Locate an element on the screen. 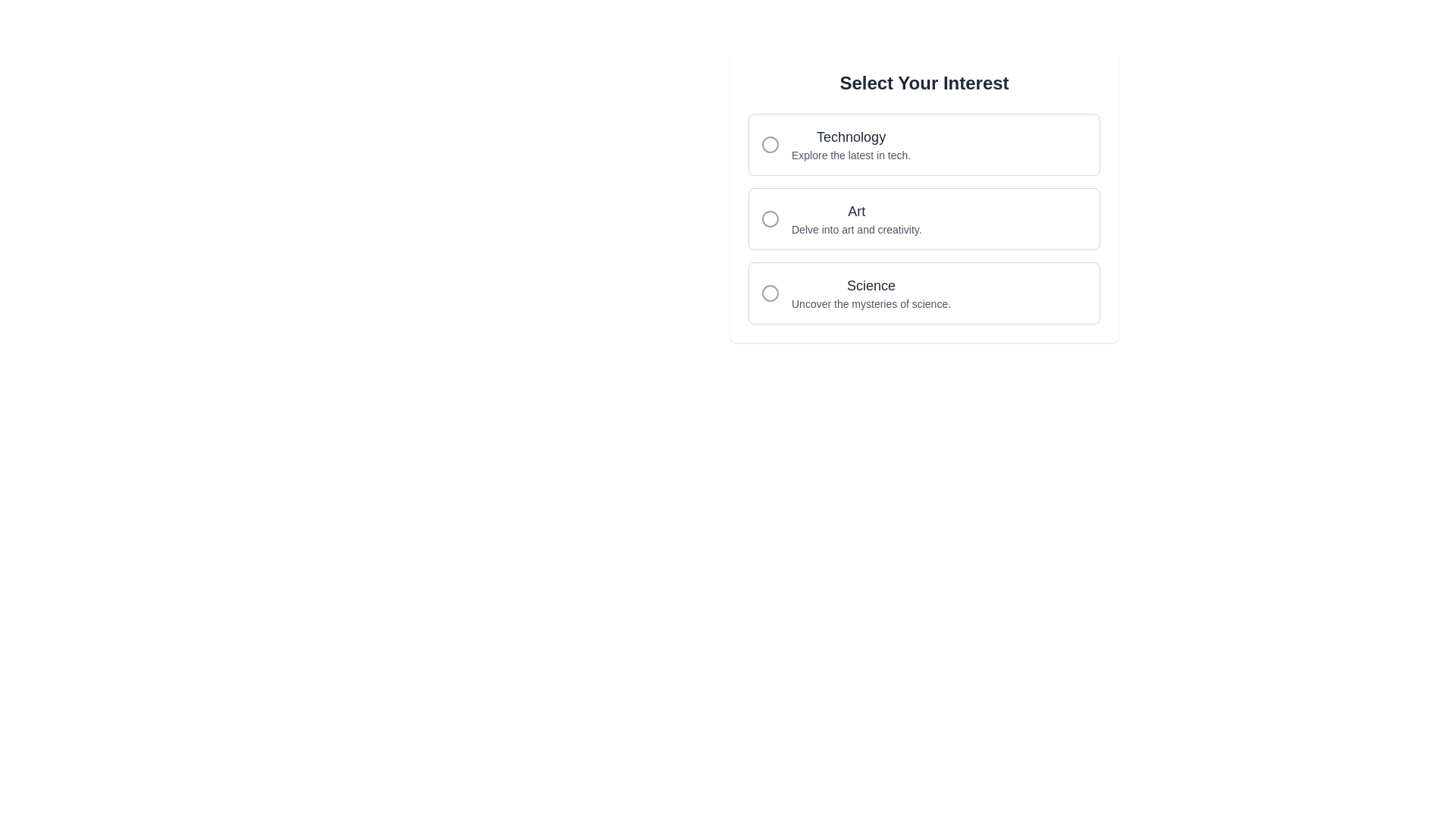 The width and height of the screenshot is (1456, 819). the descriptive subtitle text located below the 'Science' heading within the third selectable card in the vertical list is located at coordinates (871, 304).